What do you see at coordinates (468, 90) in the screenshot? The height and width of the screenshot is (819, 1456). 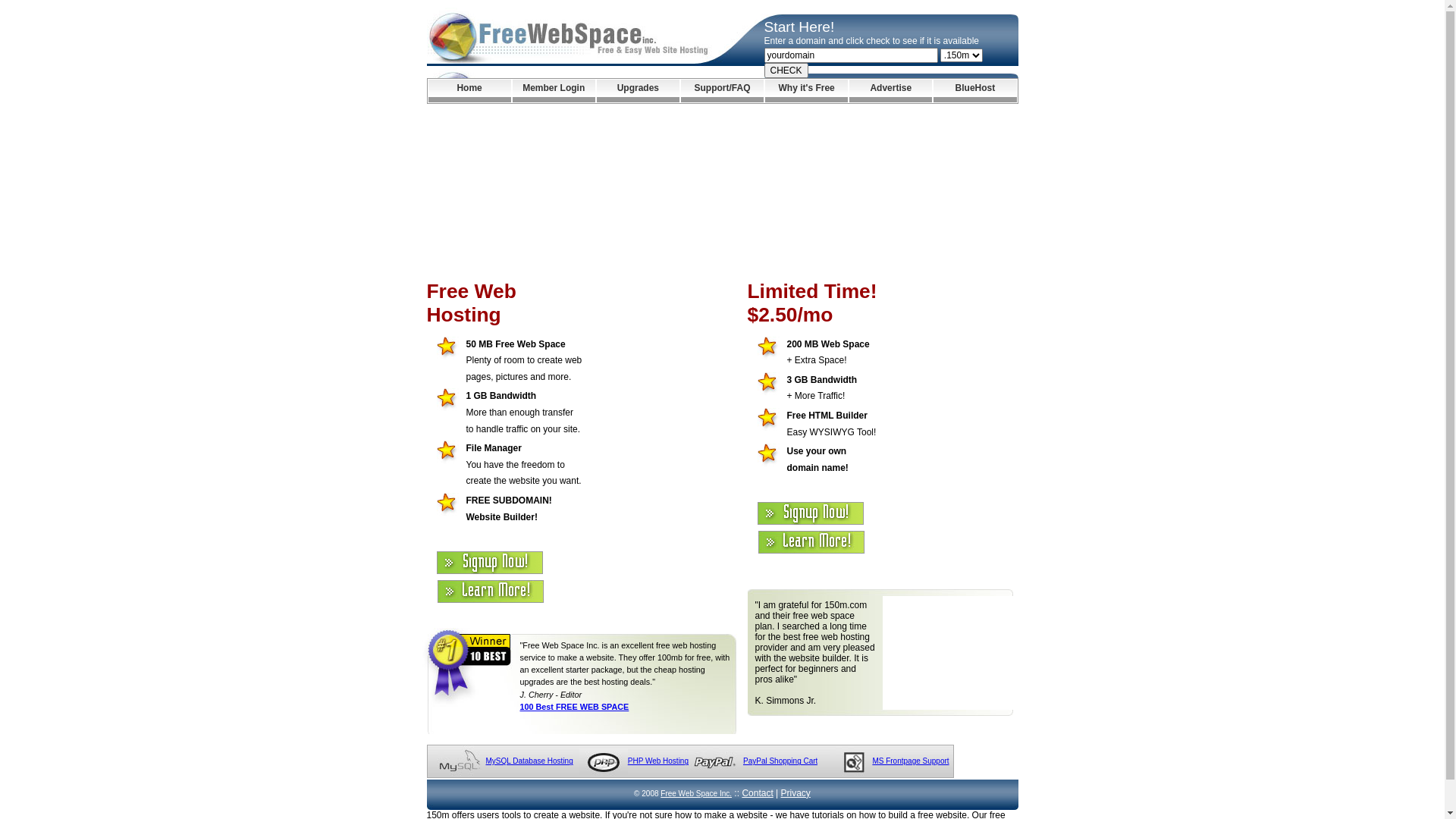 I see `'Home'` at bounding box center [468, 90].